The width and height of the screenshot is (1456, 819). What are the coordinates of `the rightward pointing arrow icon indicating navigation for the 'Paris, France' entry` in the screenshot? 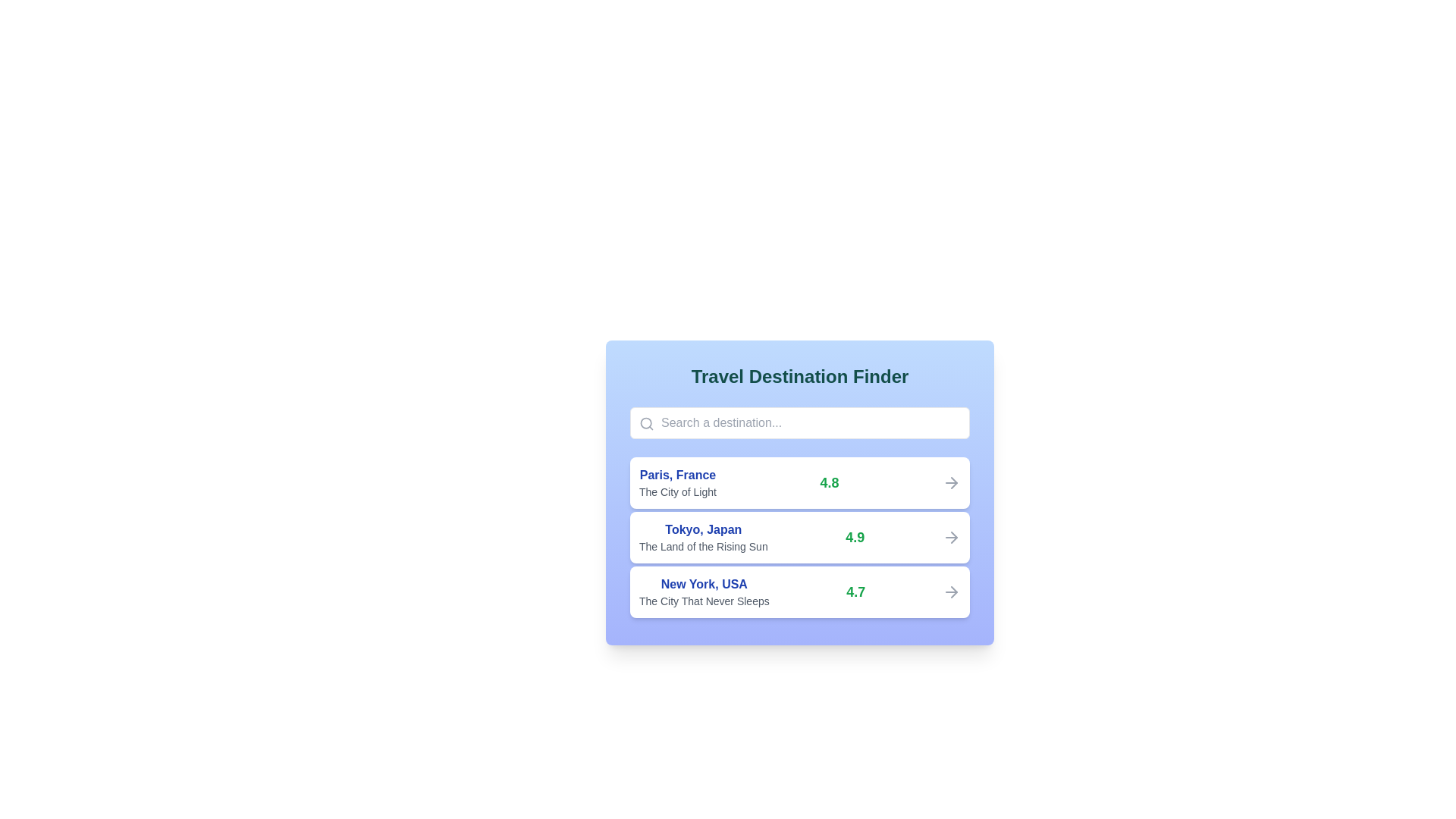 It's located at (950, 482).